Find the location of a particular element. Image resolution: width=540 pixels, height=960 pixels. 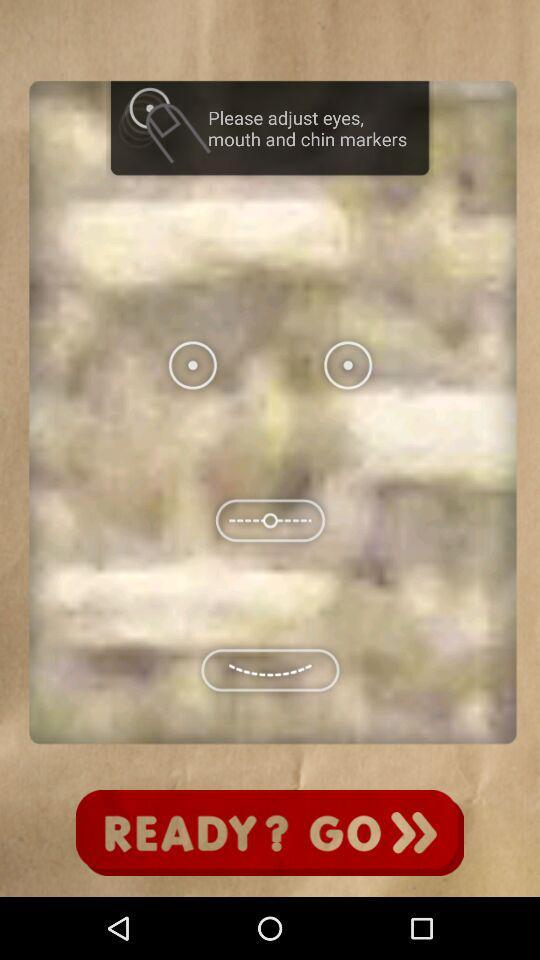

a hidden add is located at coordinates (270, 833).